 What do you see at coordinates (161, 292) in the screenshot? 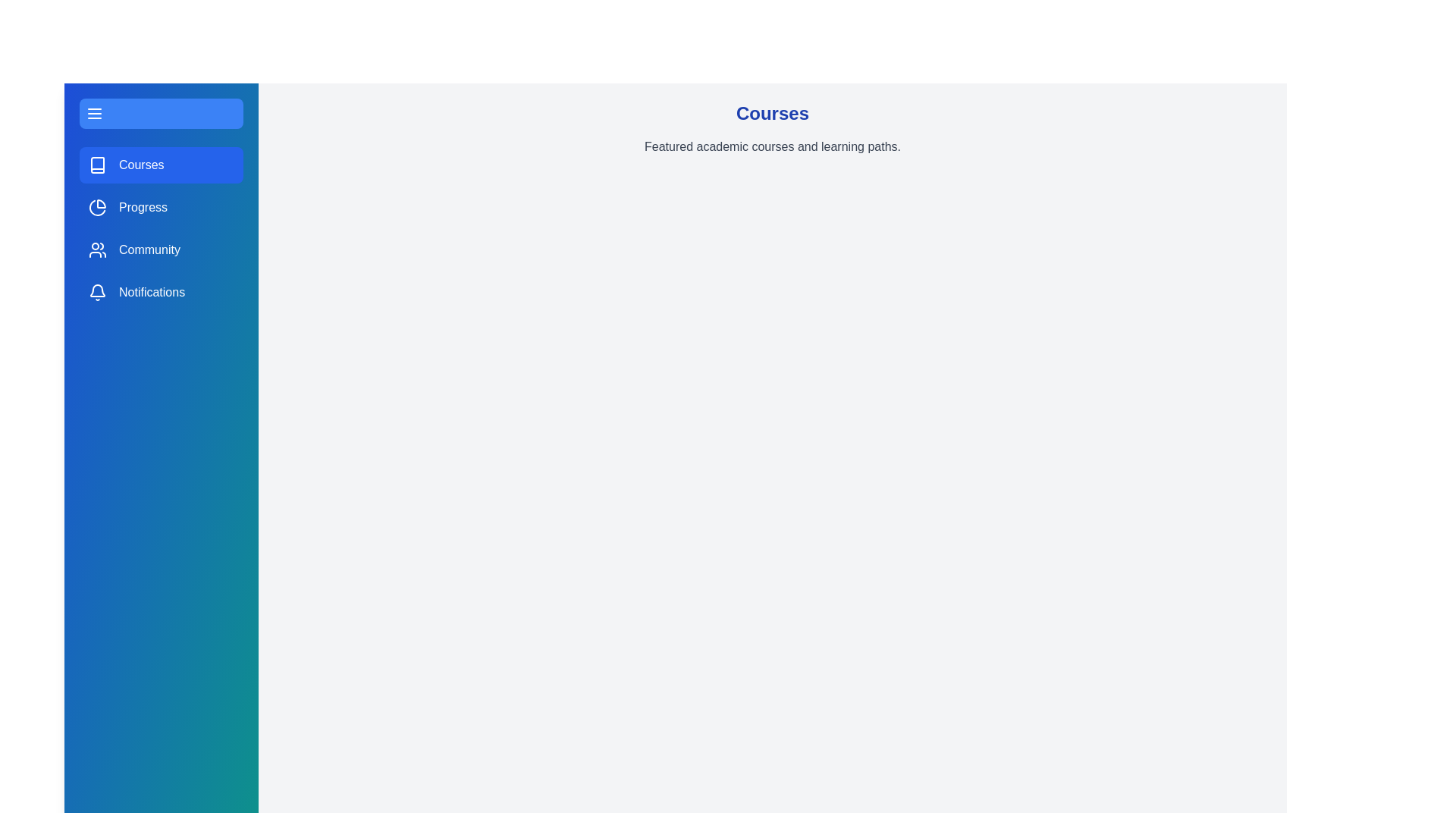
I see `the sidebar section Notifications by clicking on its corresponding area` at bounding box center [161, 292].